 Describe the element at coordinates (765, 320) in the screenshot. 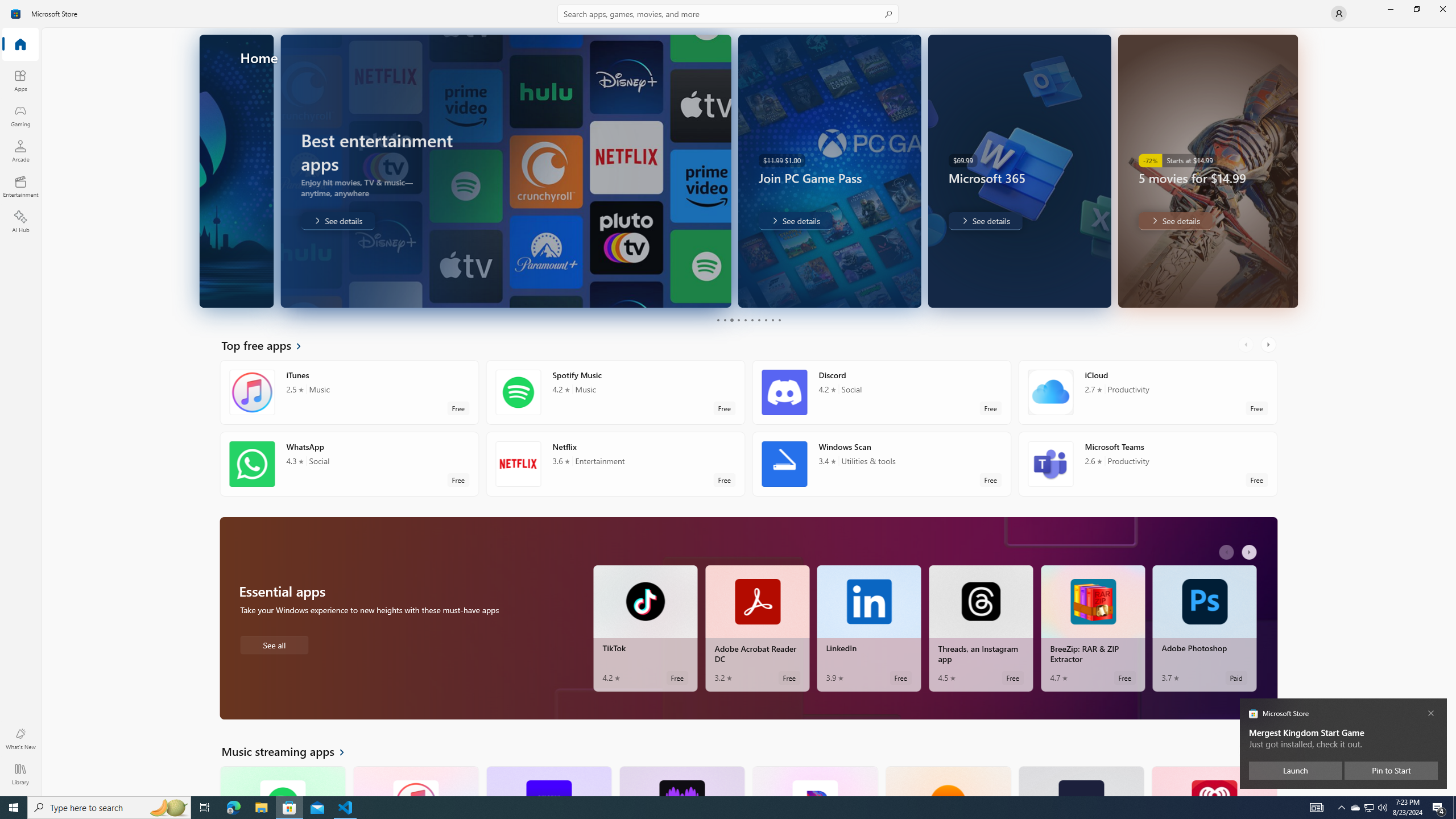

I see `'Page 8'` at that location.